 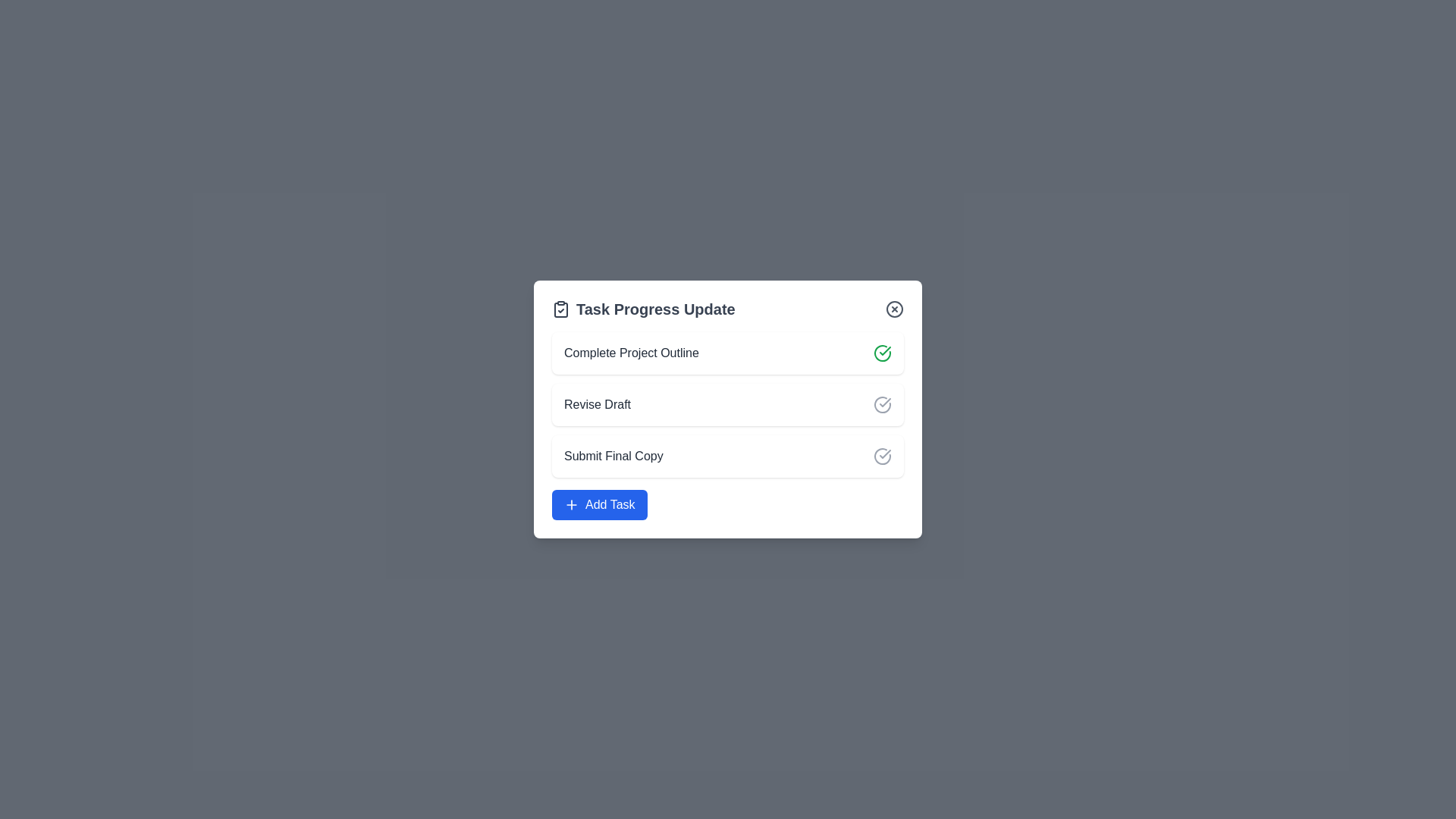 What do you see at coordinates (882, 455) in the screenshot?
I see `the circular check icon with a gray outline located next to the 'Submit Final Copy' text in the third task item` at bounding box center [882, 455].